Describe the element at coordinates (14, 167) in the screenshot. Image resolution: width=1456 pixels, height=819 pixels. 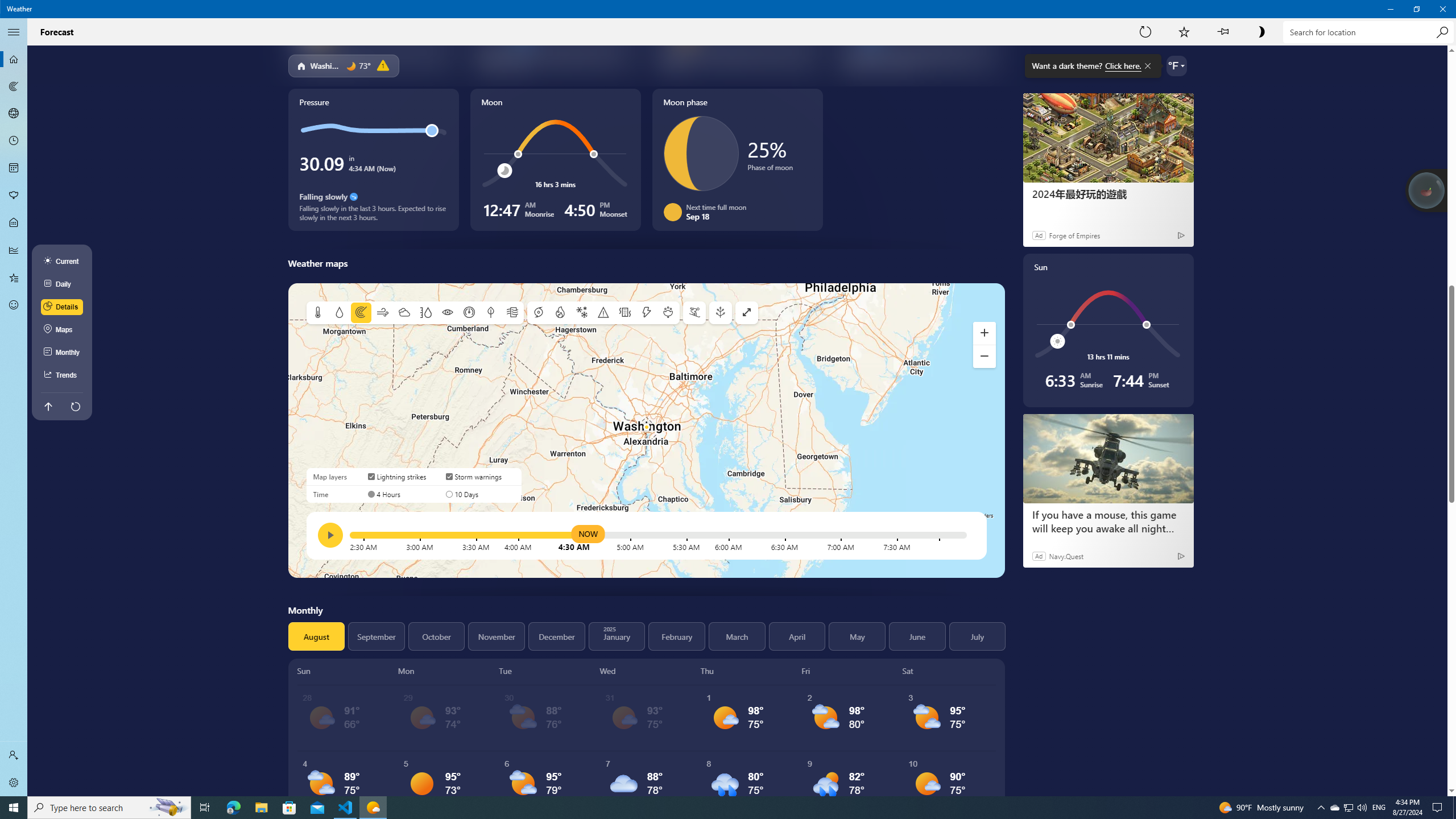
I see `'Monthly Forecast - Not Selected'` at that location.